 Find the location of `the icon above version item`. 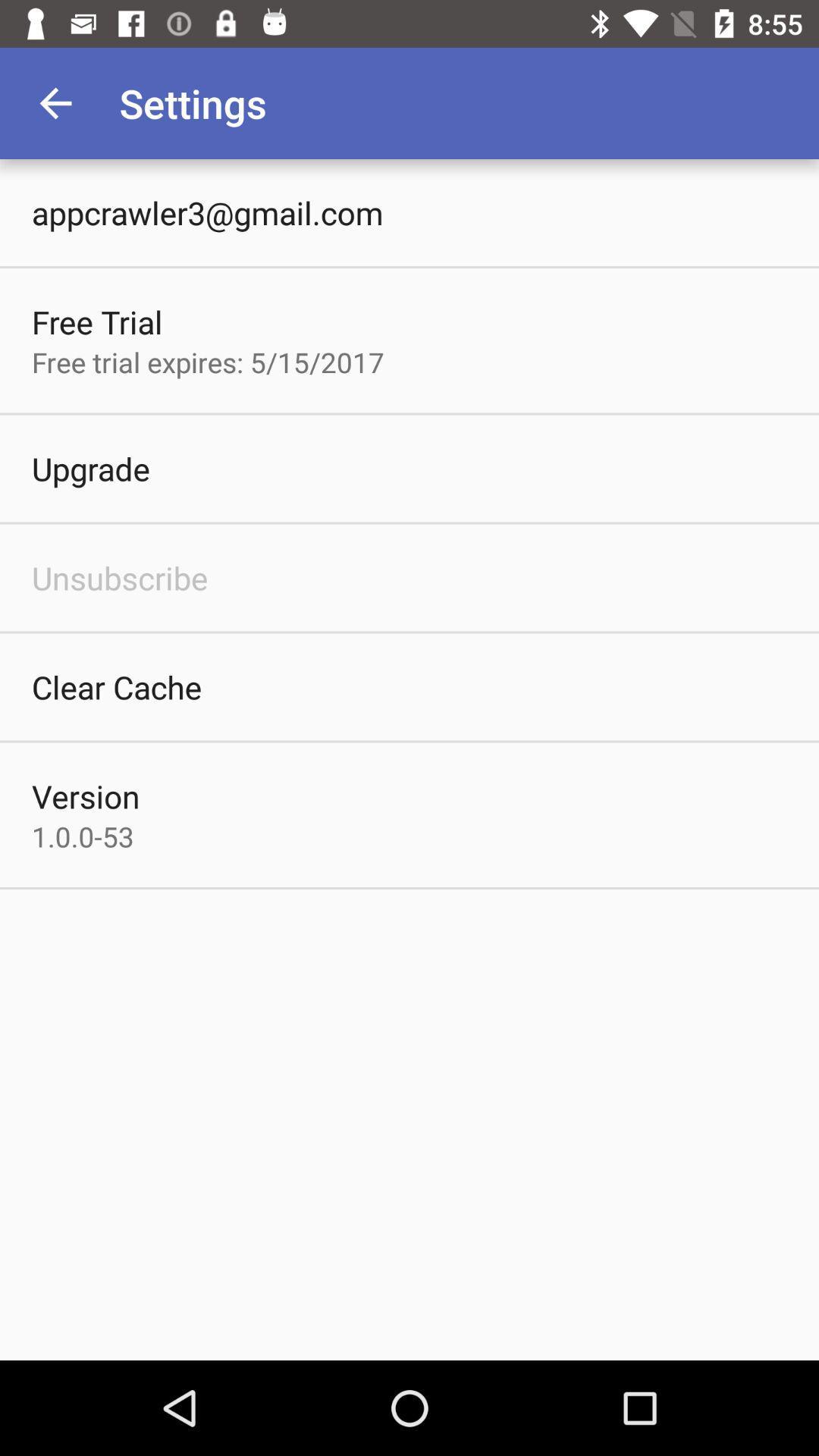

the icon above version item is located at coordinates (116, 686).